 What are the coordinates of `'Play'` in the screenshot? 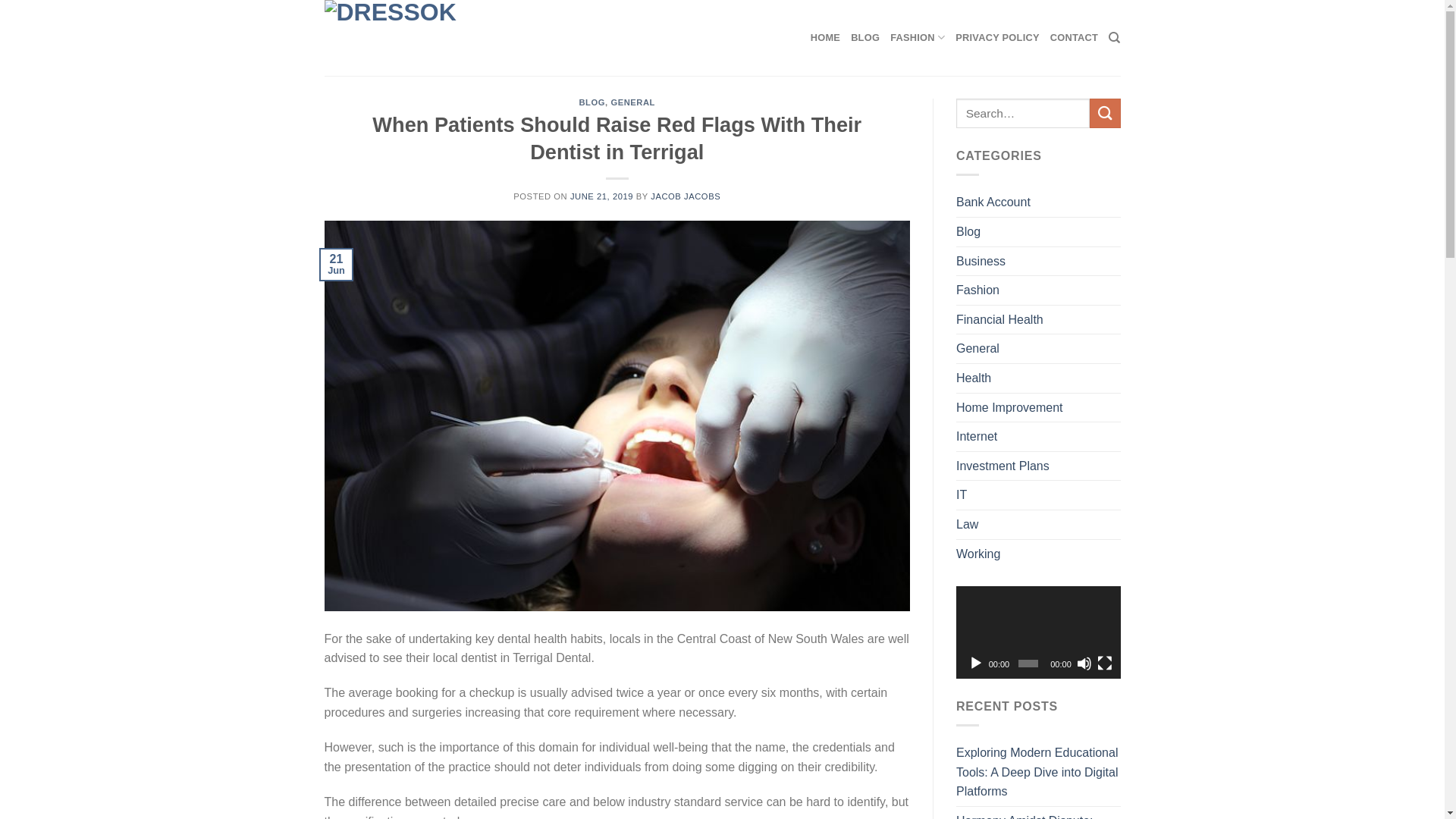 It's located at (975, 663).